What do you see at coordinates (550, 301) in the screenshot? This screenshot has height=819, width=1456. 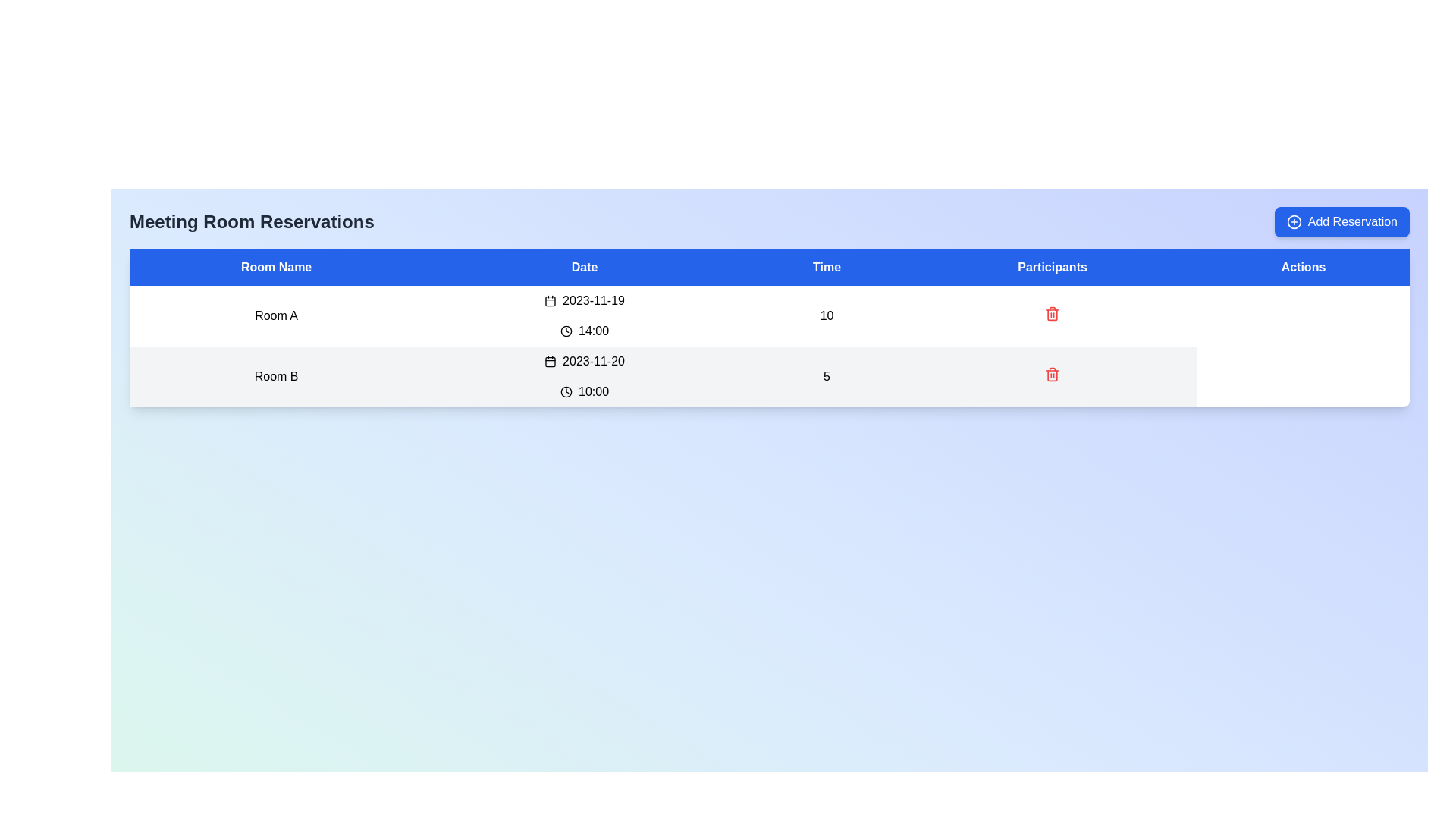 I see `the rectangular Icon component within the calendar icon, which represents the main body of the calendar` at bounding box center [550, 301].